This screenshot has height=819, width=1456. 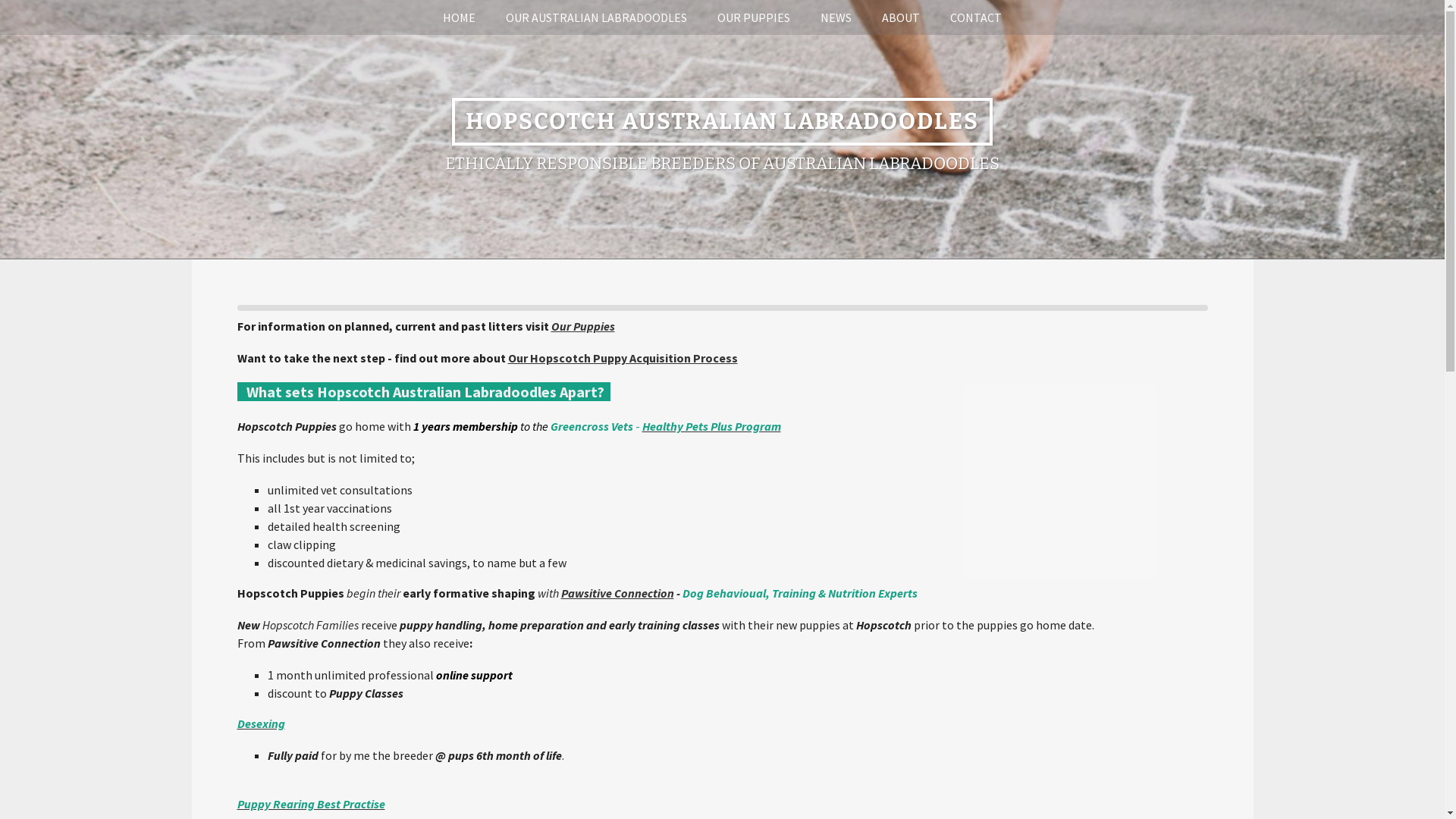 What do you see at coordinates (236, 803) in the screenshot?
I see `'Puppy Rearing Best Practise'` at bounding box center [236, 803].